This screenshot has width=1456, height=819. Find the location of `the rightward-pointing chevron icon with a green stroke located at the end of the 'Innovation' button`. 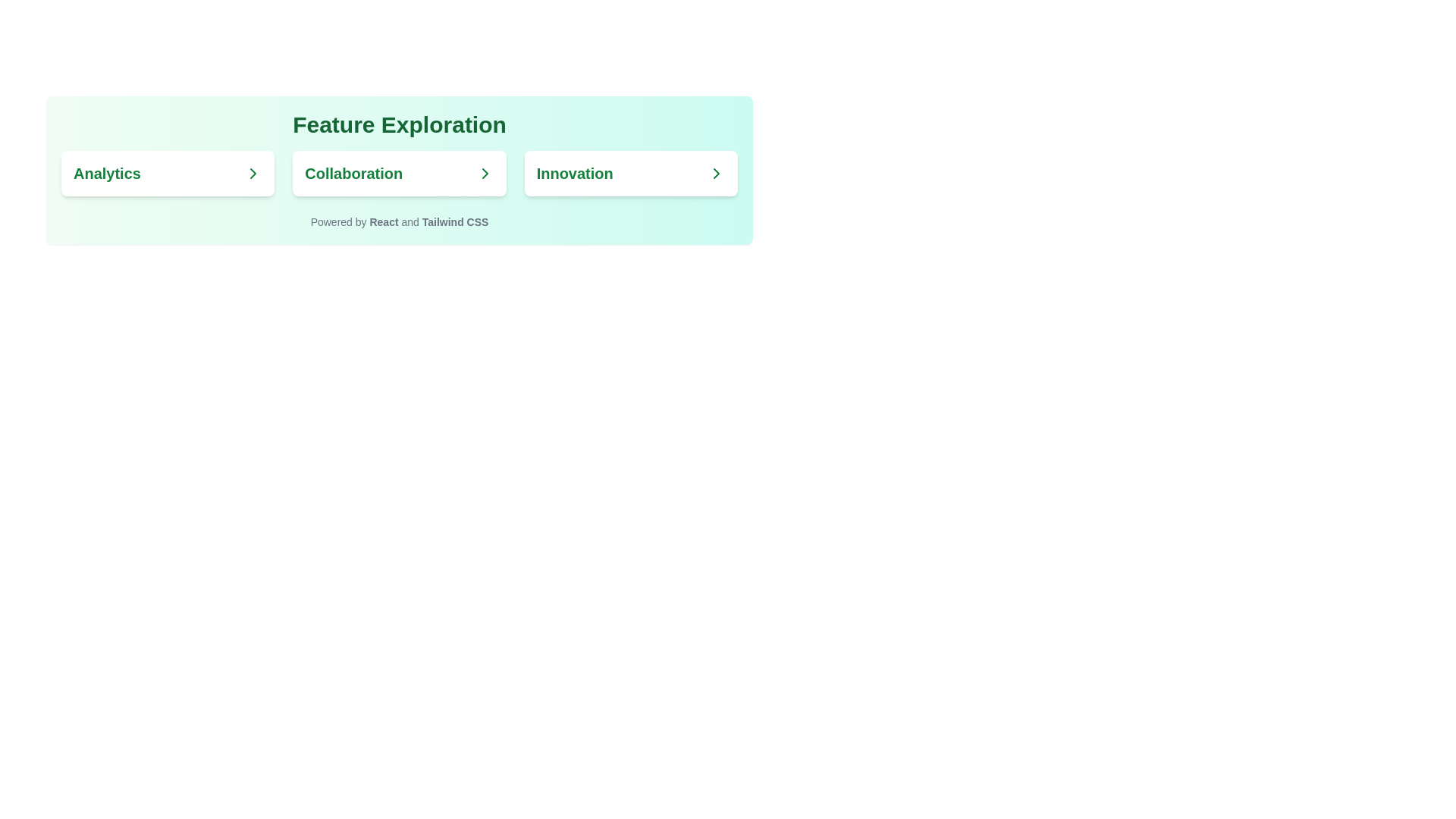

the rightward-pointing chevron icon with a green stroke located at the end of the 'Innovation' button is located at coordinates (716, 172).